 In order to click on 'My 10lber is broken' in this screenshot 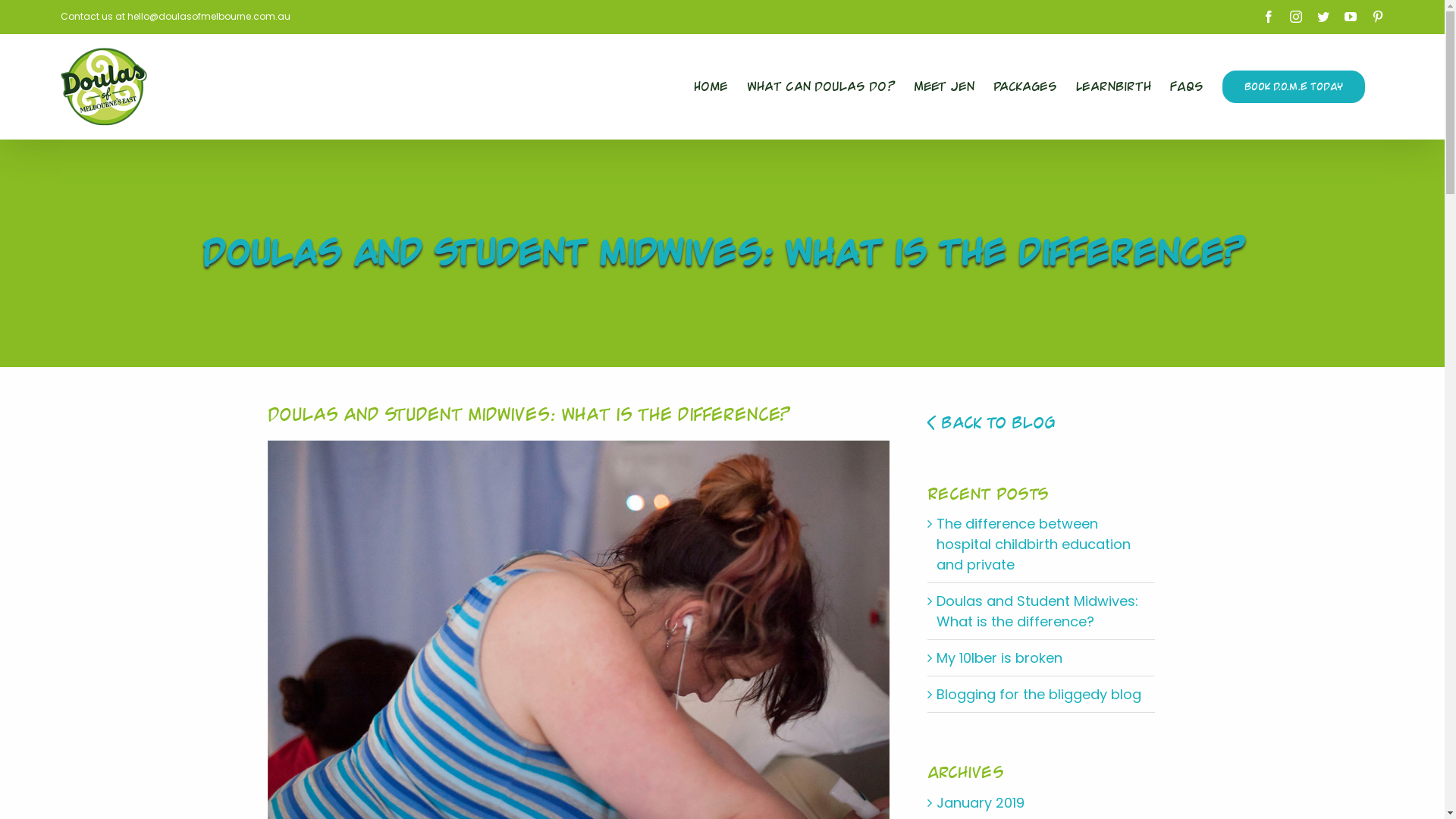, I will do `click(934, 657)`.